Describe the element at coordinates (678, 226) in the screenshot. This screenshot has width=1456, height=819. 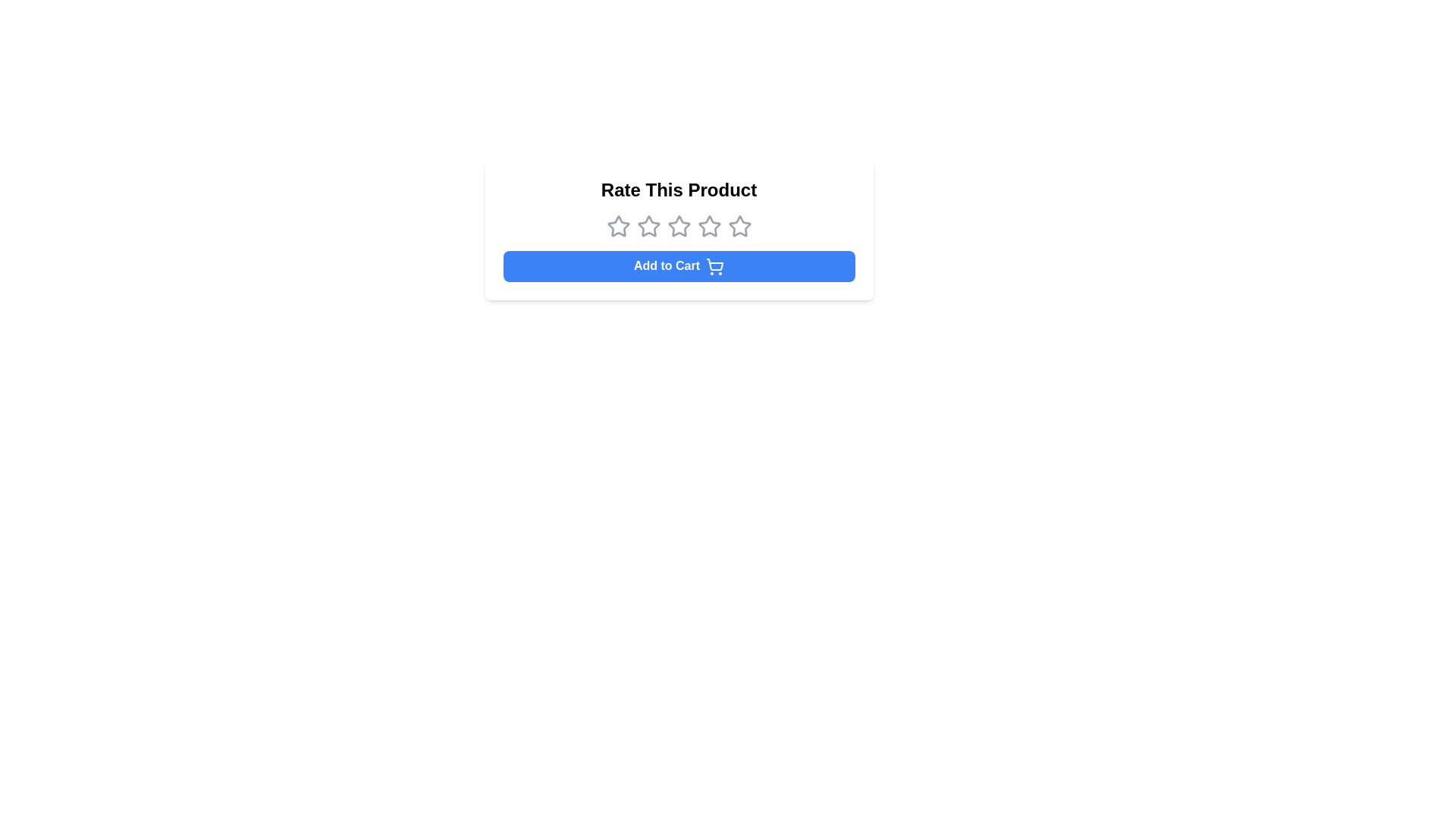
I see `the third star in the star-shaped rating icon` at that location.